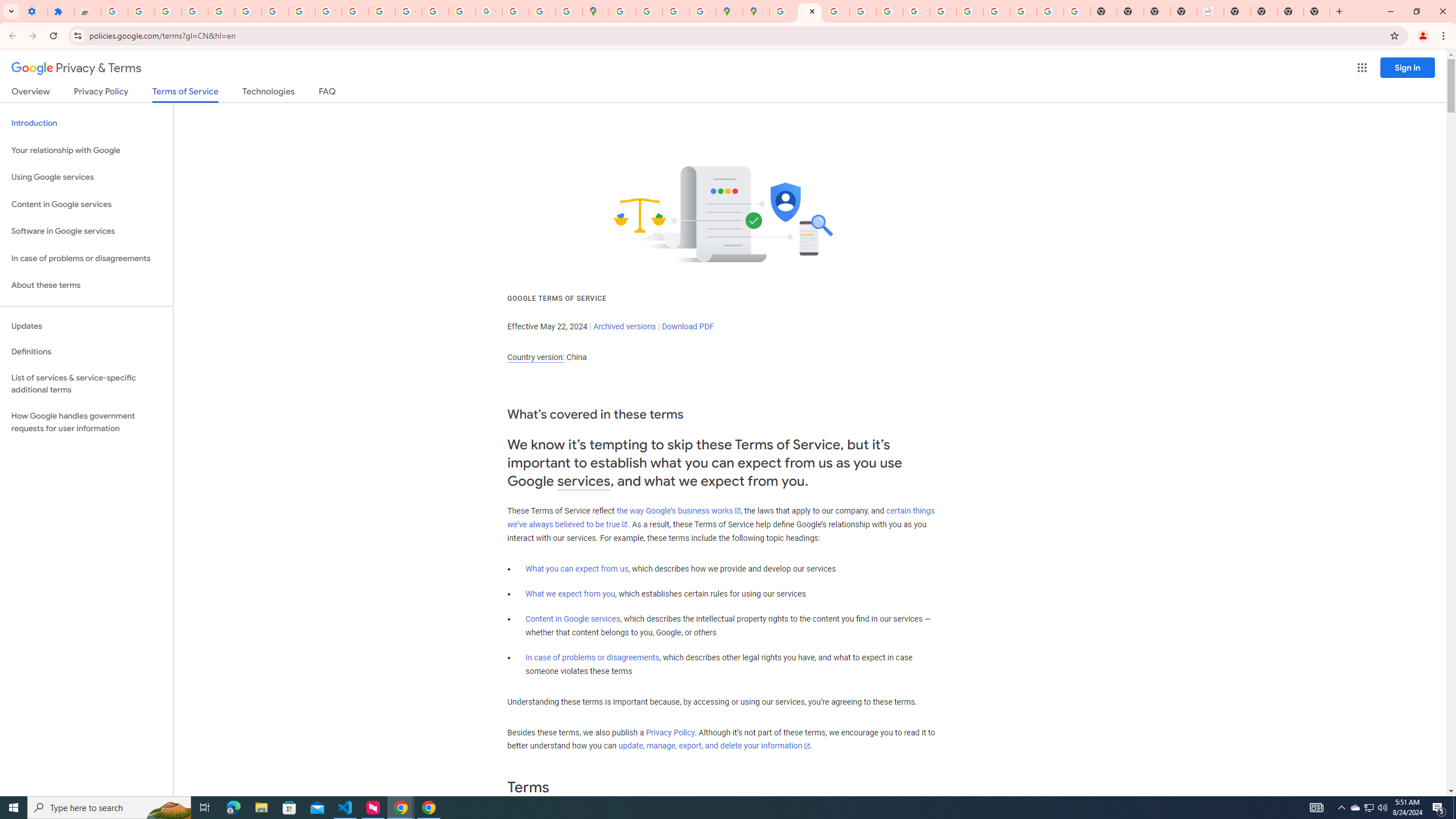 The width and height of the screenshot is (1456, 819). I want to click on 'How Google handles government requests for user information', so click(86, 422).